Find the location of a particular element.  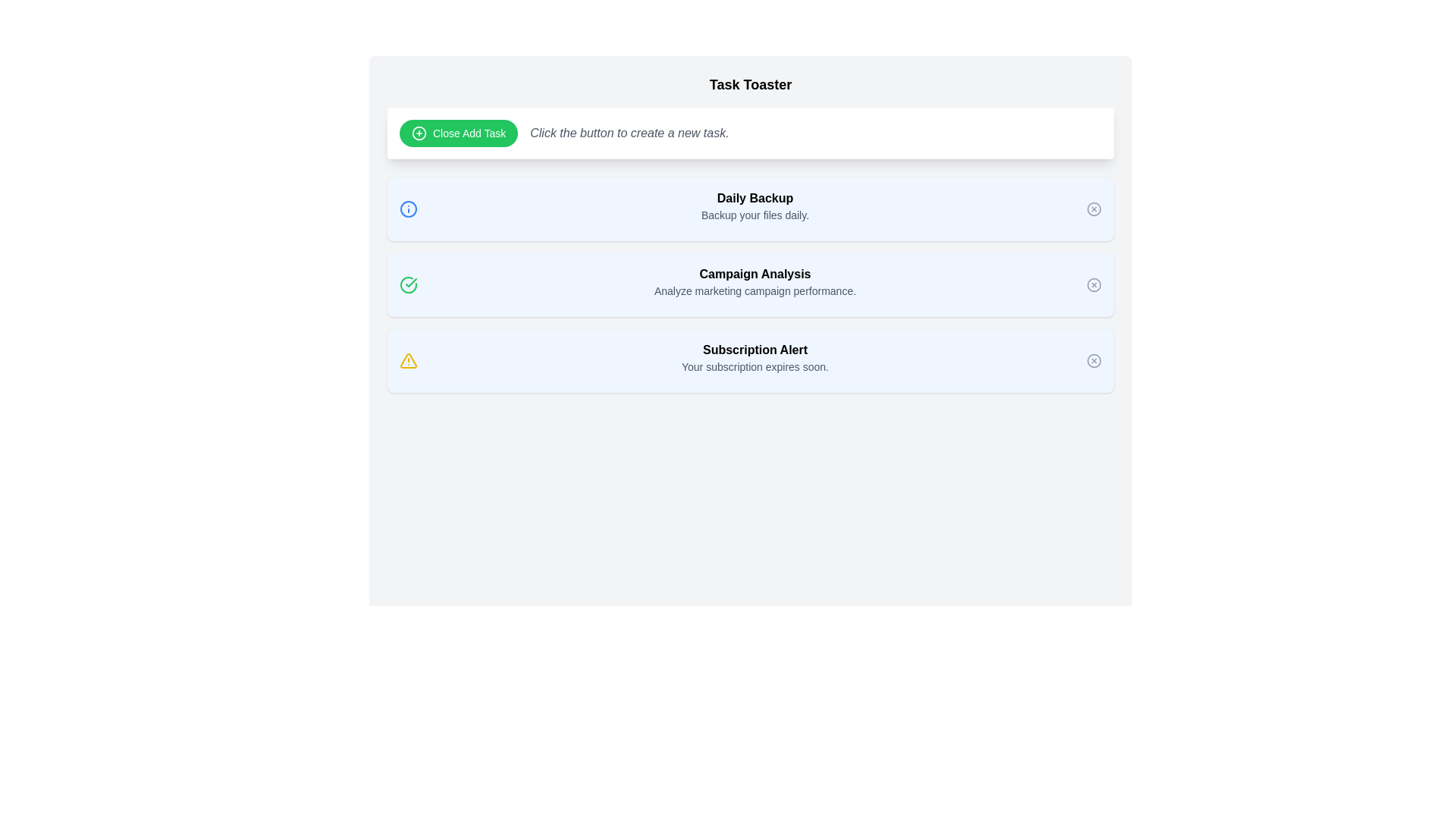

the green circular icon with a checkmark that is the first element in the 'Campaign Analysis' row is located at coordinates (408, 284).